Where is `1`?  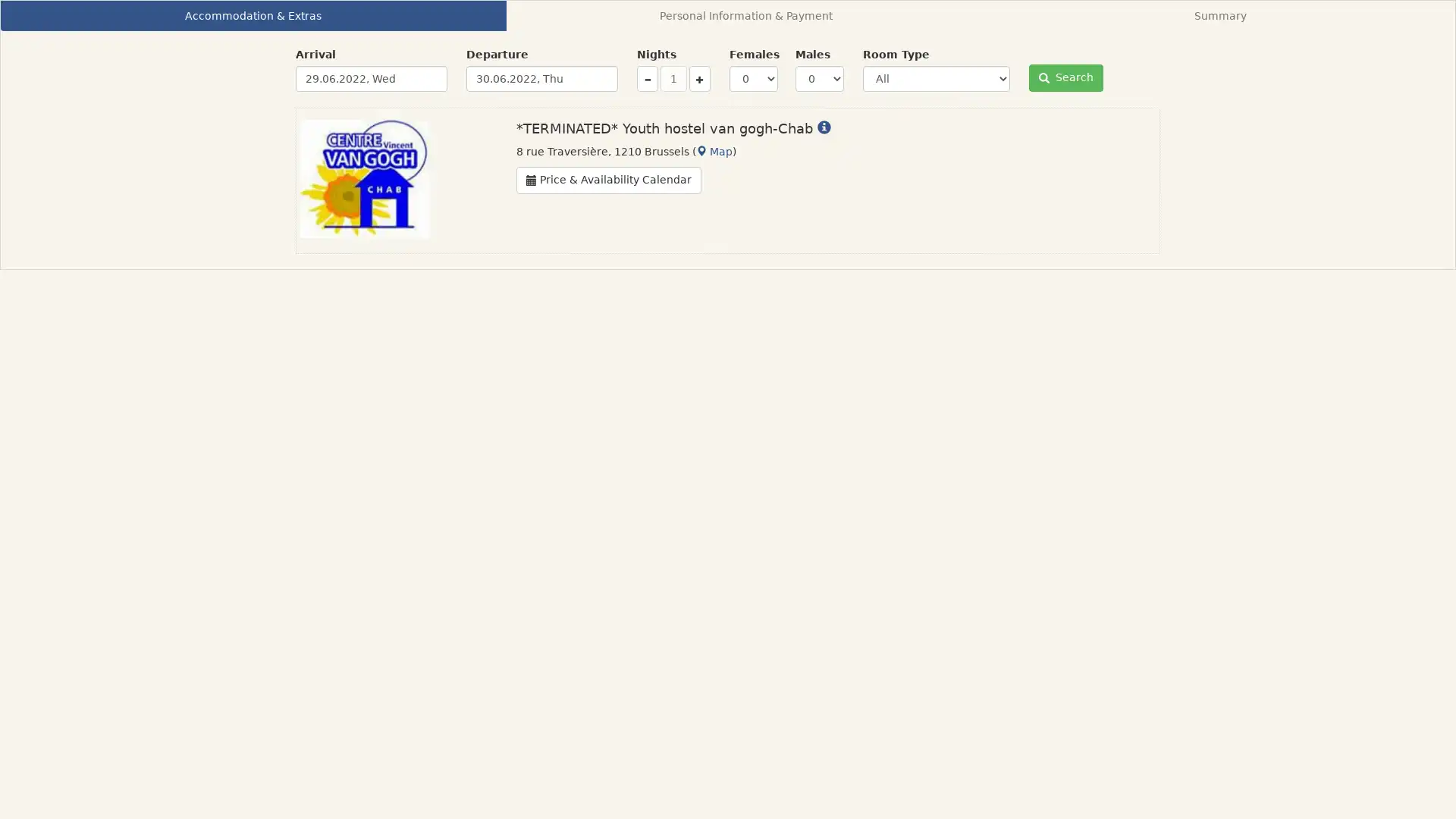
1 is located at coordinates (673, 79).